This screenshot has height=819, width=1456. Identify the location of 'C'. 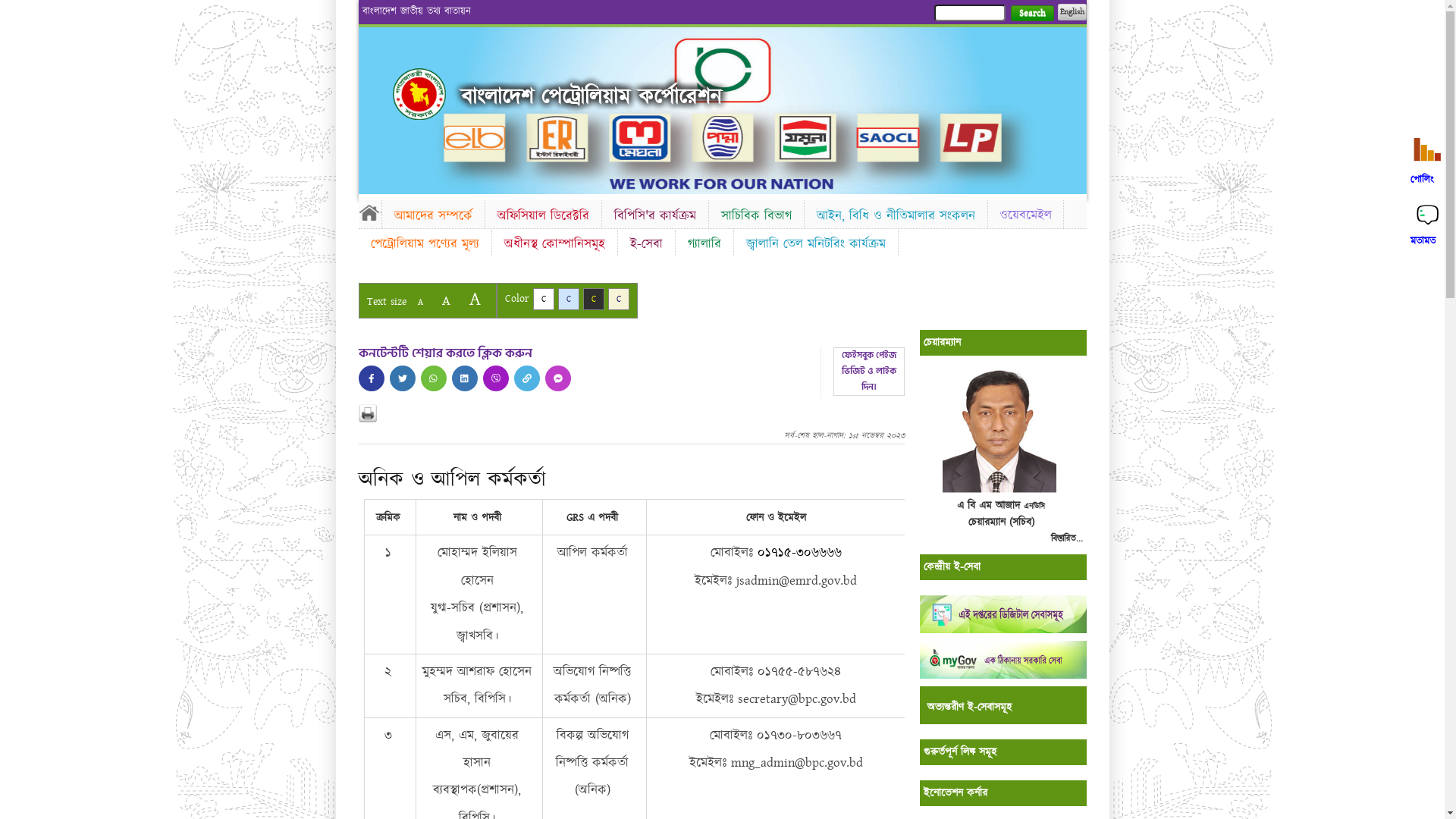
(557, 299).